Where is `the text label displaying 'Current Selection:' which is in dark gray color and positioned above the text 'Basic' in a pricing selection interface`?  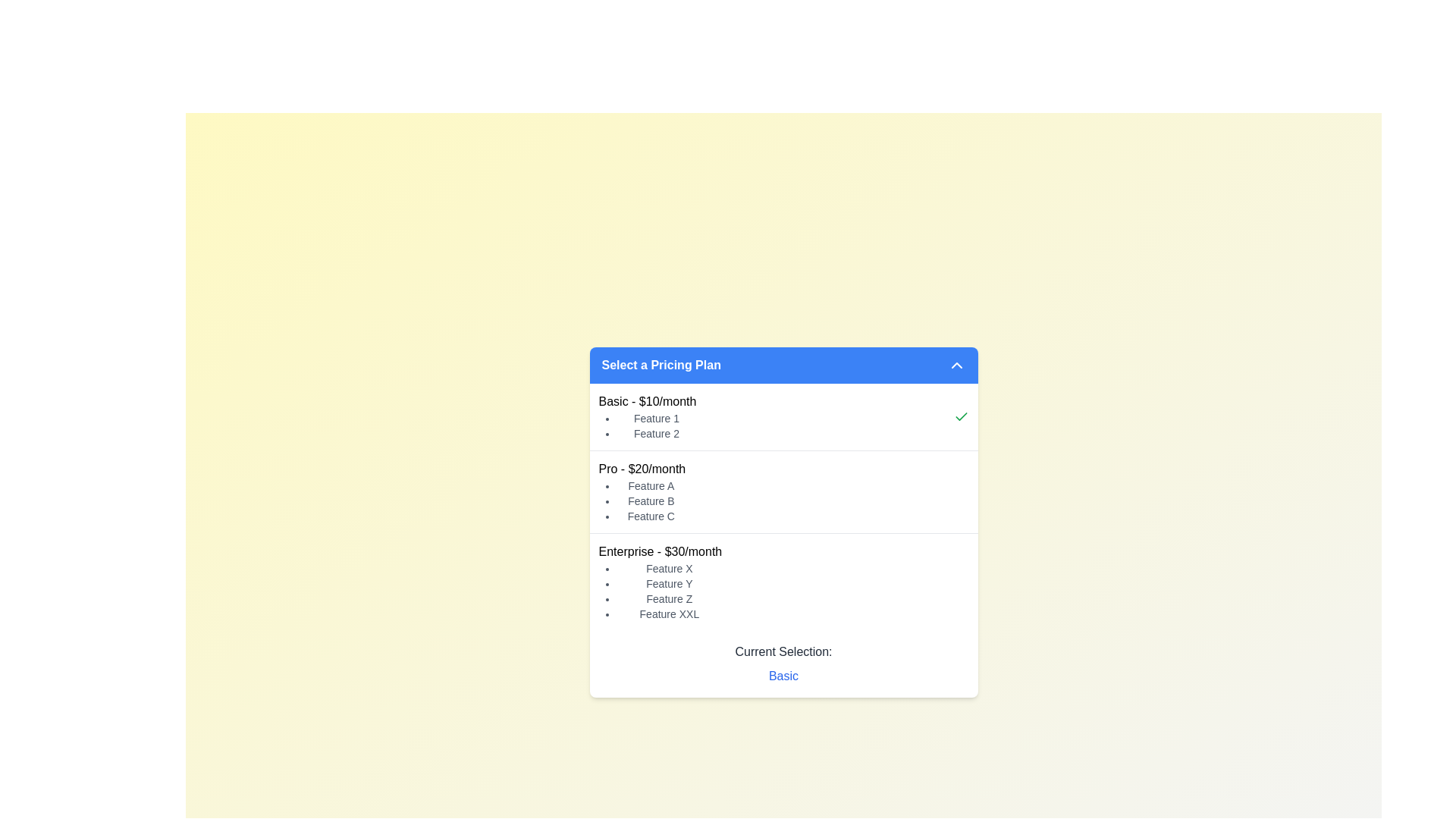 the text label displaying 'Current Selection:' which is in dark gray color and positioned above the text 'Basic' in a pricing selection interface is located at coordinates (783, 651).